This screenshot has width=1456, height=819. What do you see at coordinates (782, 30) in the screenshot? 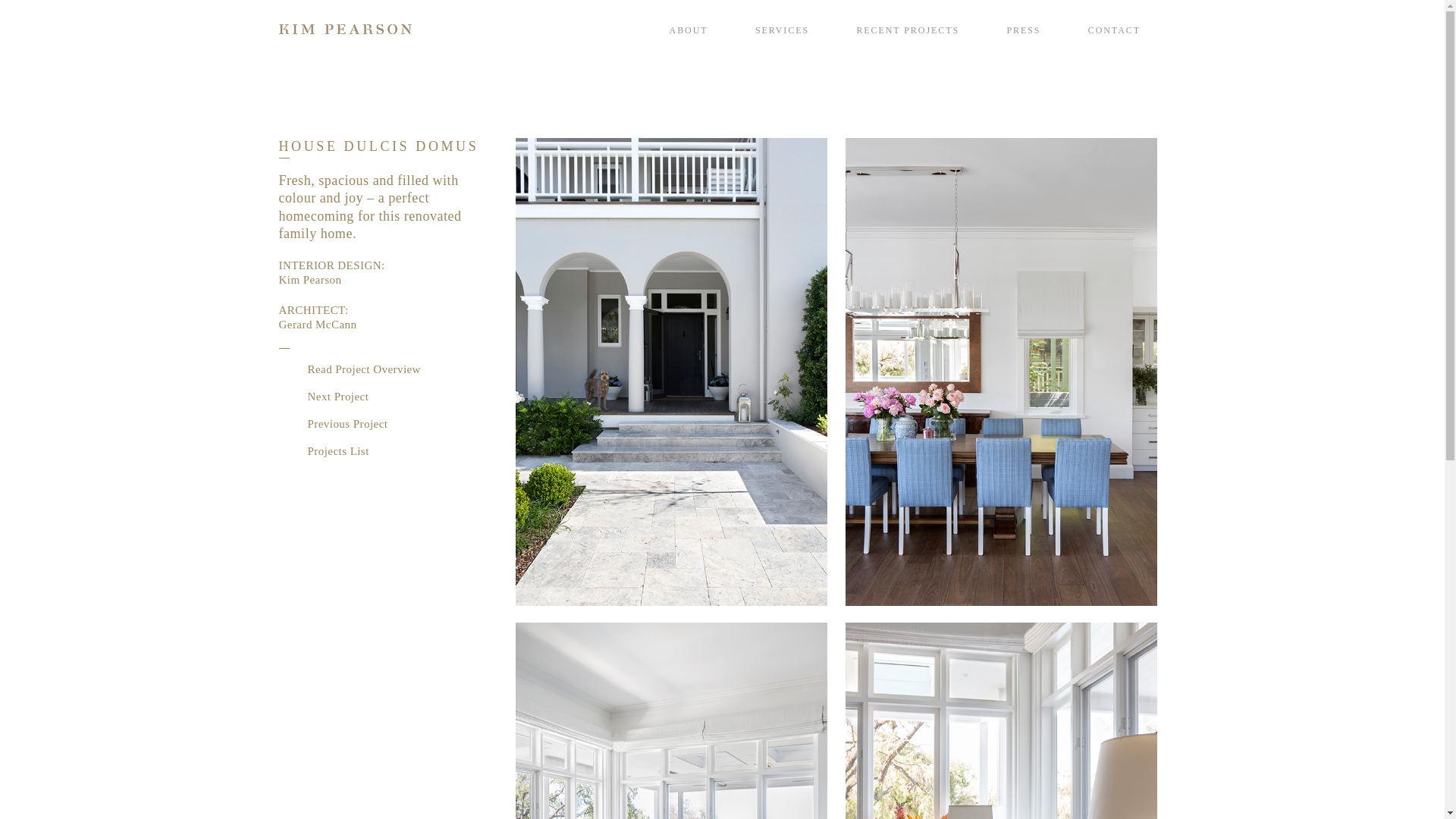
I see `'SERVICES'` at bounding box center [782, 30].